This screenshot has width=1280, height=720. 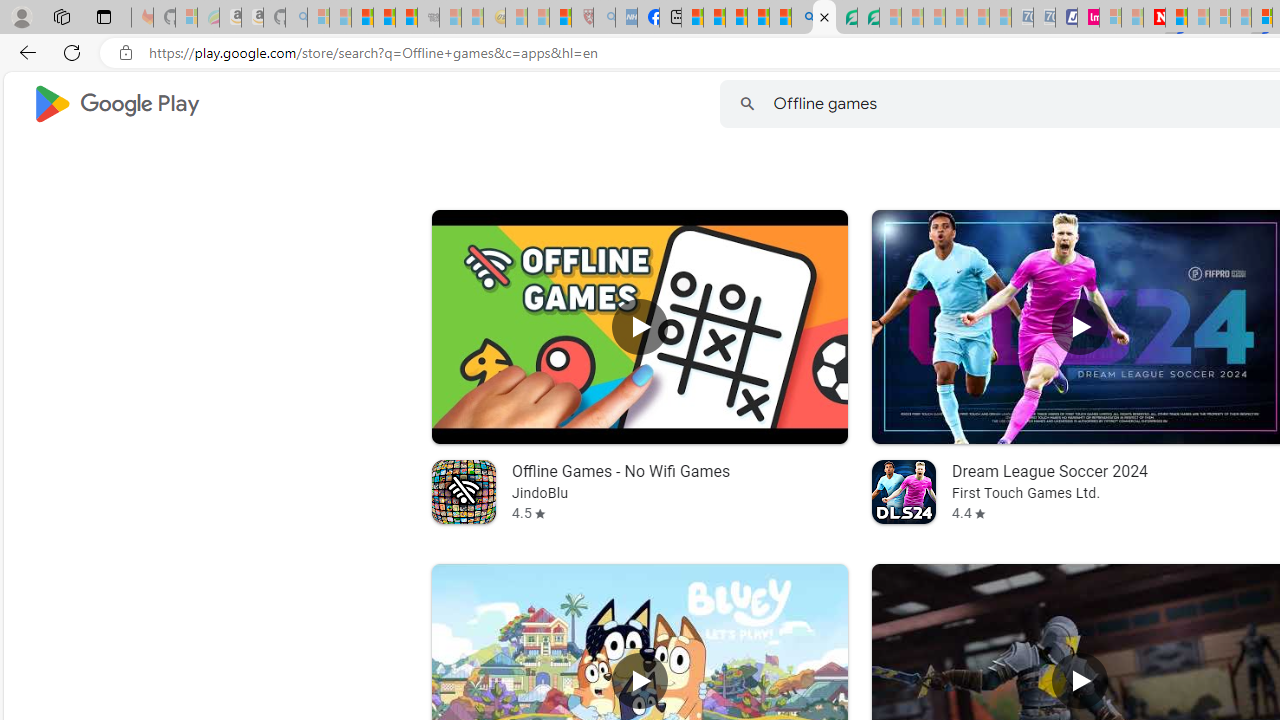 What do you see at coordinates (21, 16) in the screenshot?
I see `'Personal Profile'` at bounding box center [21, 16].